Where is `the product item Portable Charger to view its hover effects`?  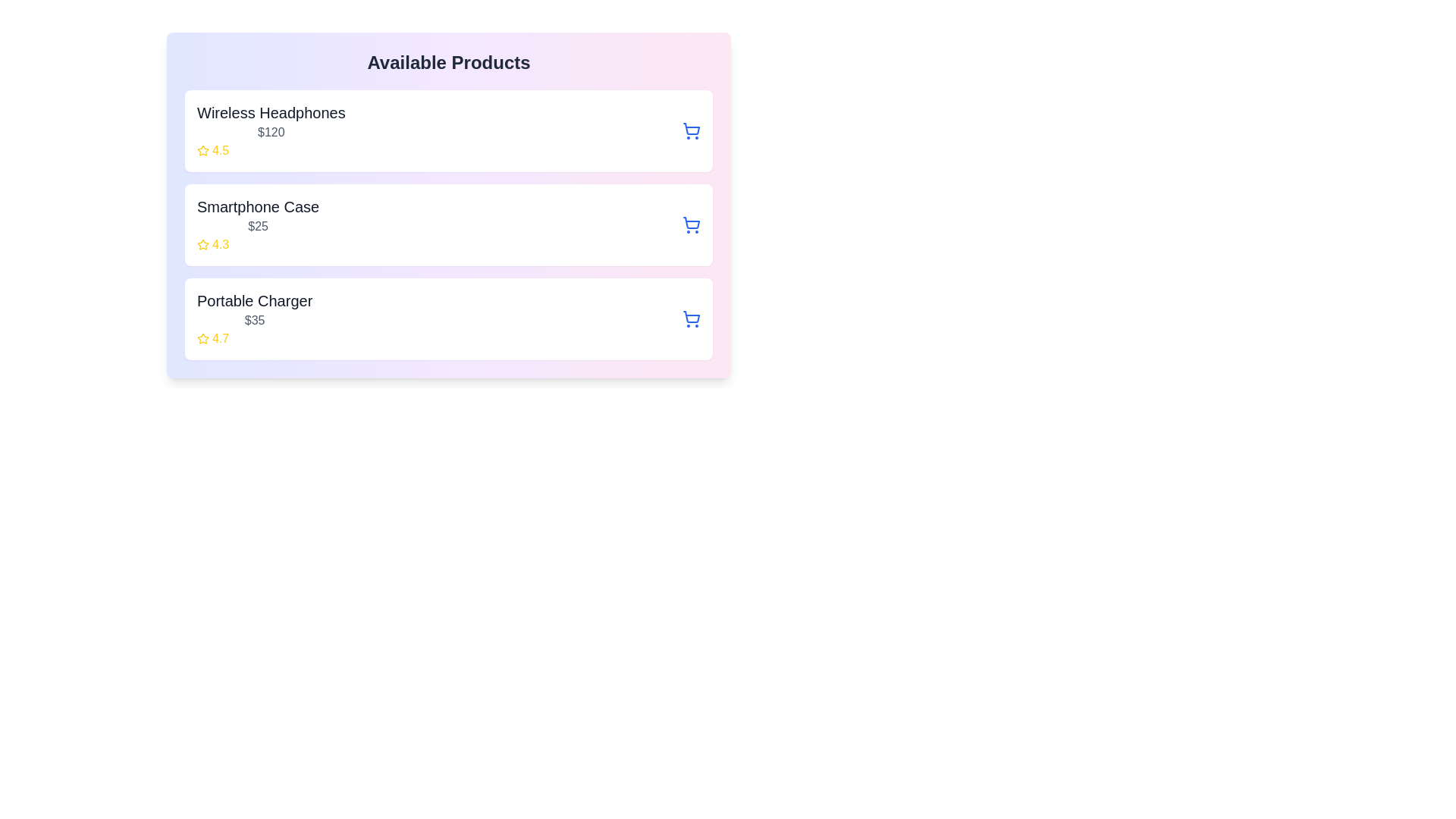 the product item Portable Charger to view its hover effects is located at coordinates (447, 318).